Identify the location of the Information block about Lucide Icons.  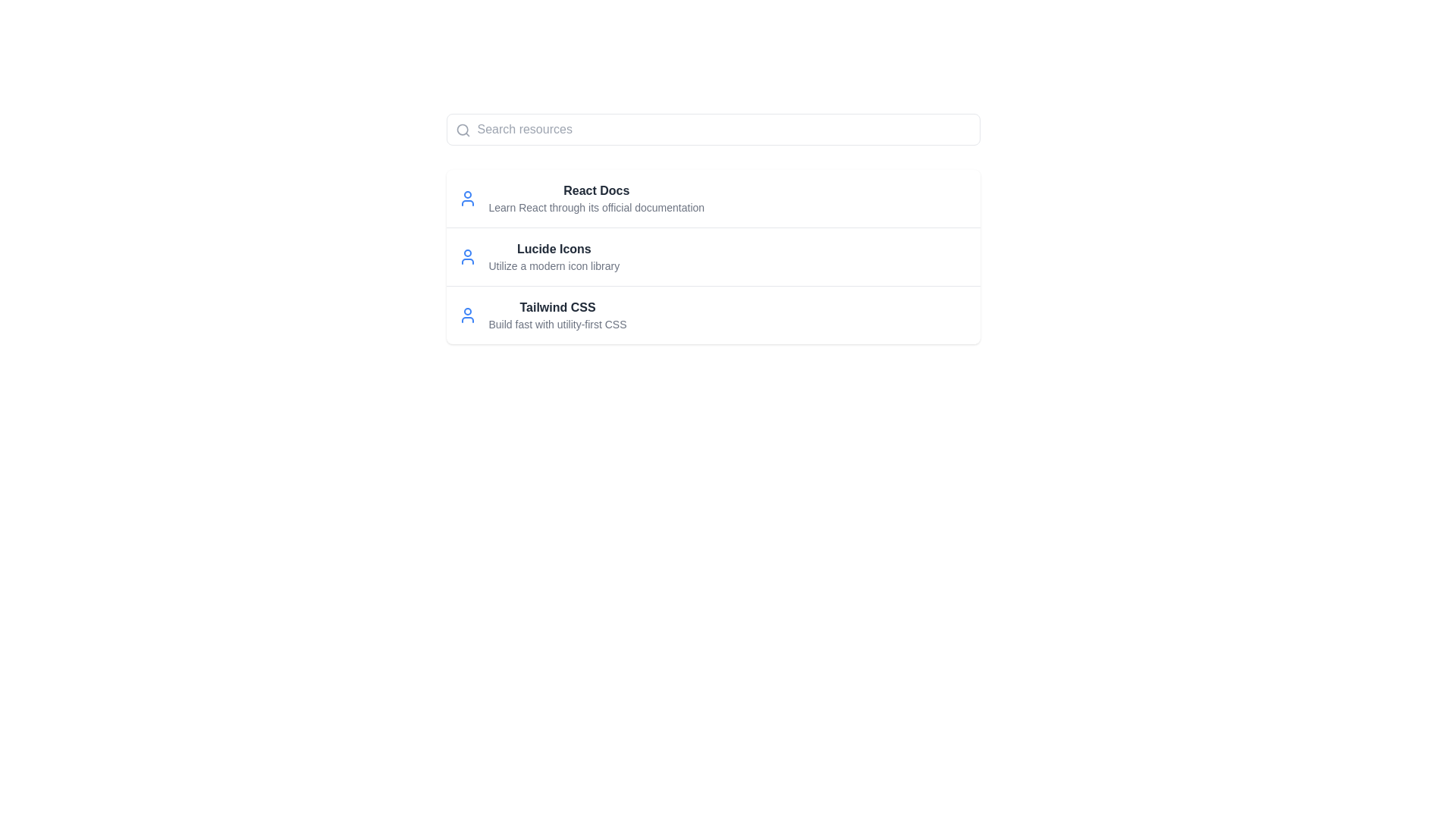
(712, 256).